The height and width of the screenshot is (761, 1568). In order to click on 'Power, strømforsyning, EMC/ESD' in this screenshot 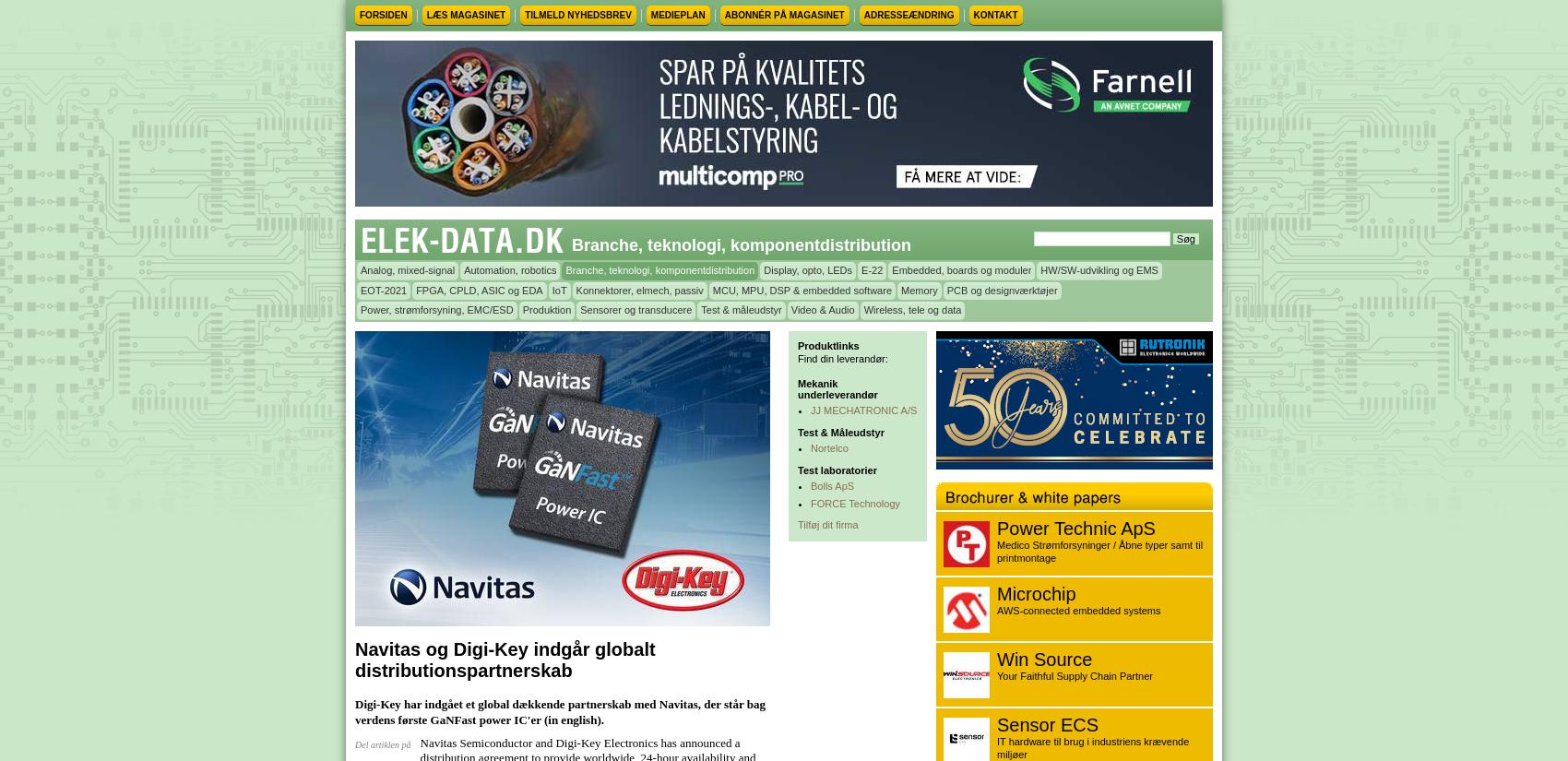, I will do `click(360, 309)`.